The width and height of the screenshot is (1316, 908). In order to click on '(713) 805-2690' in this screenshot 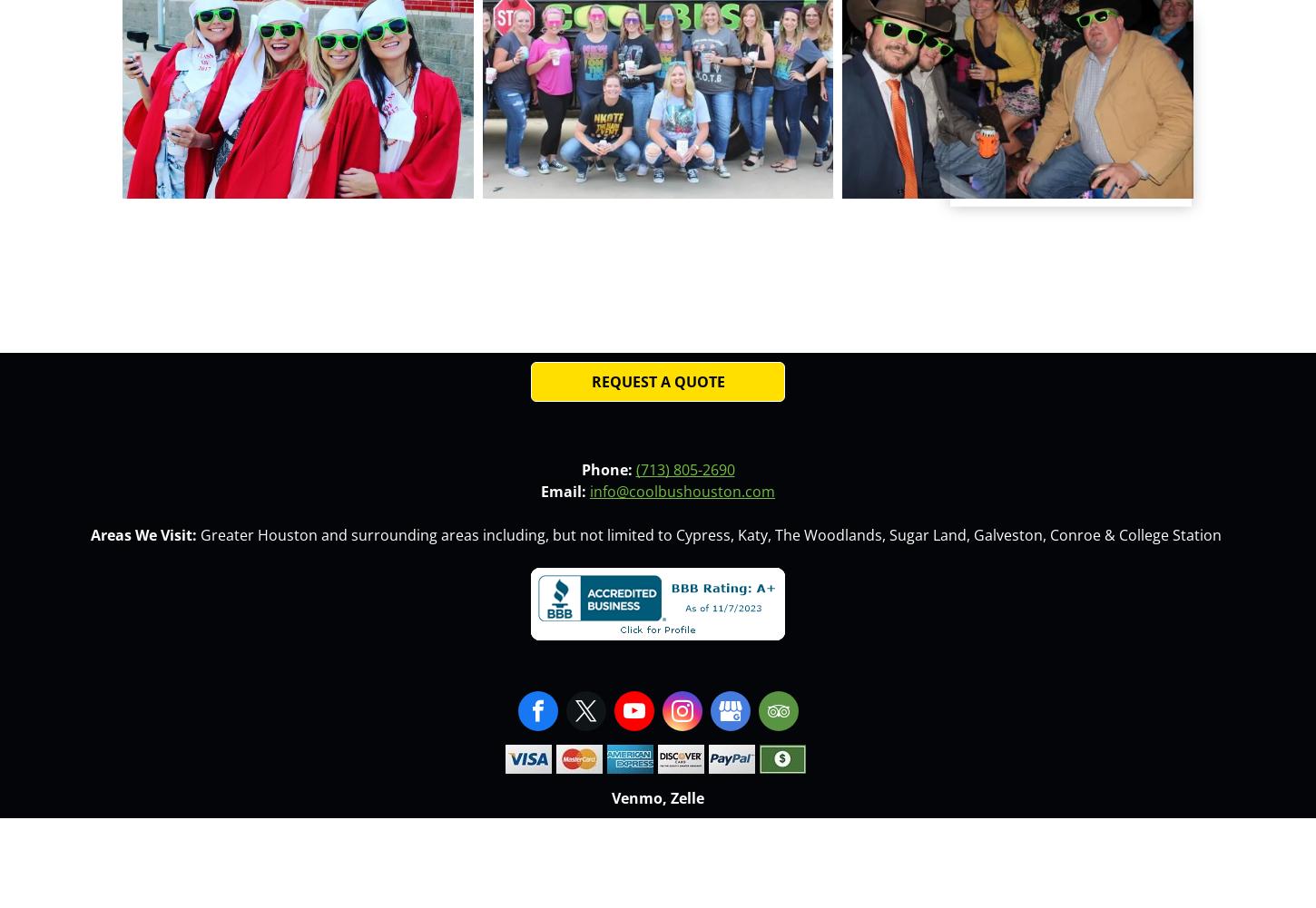, I will do `click(684, 468)`.